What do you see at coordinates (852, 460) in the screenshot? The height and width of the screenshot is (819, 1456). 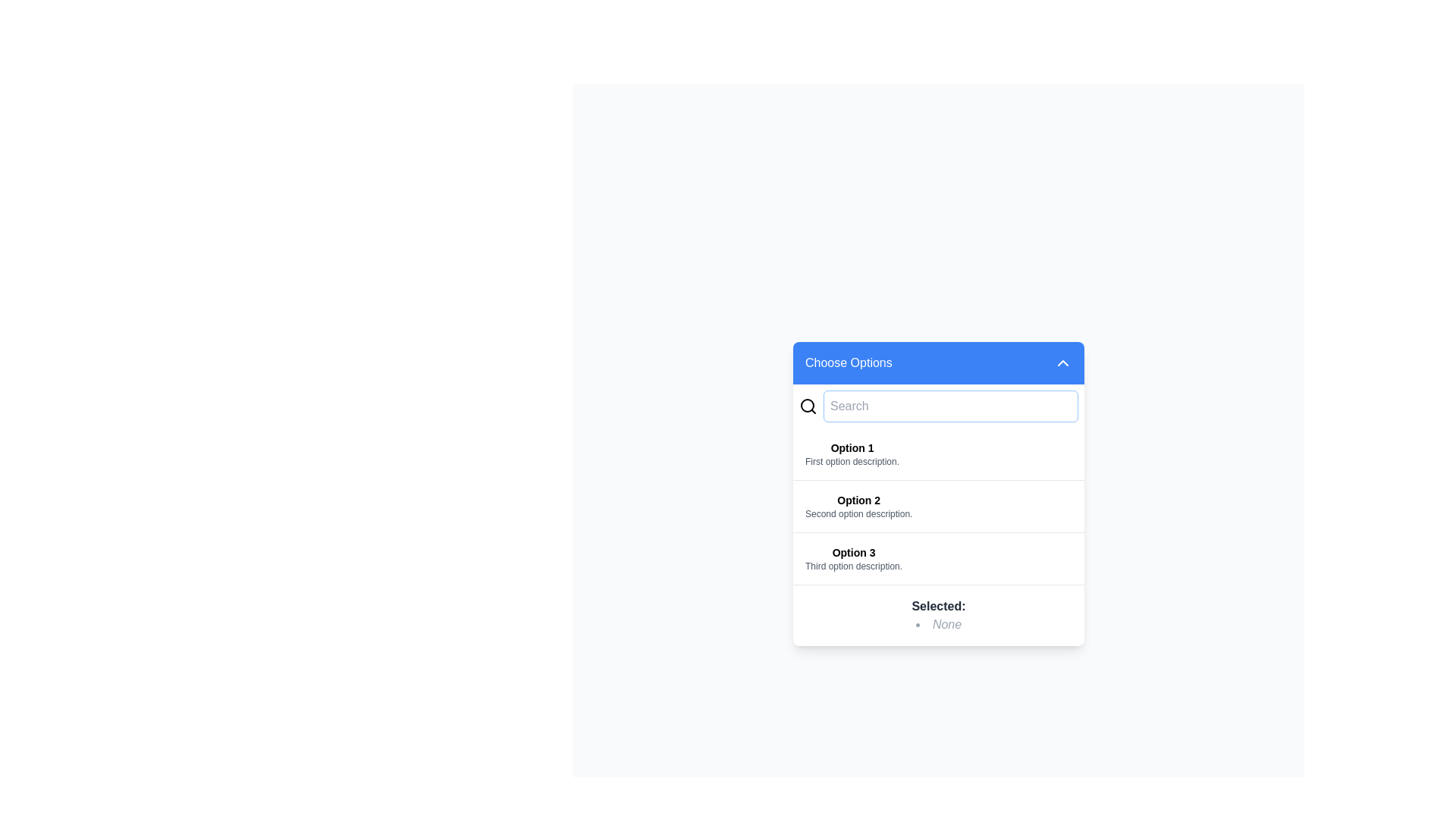 I see `the text label providing additional information for 'Option 1', which is positioned directly below the 'Option 1' title in the interface` at bounding box center [852, 460].